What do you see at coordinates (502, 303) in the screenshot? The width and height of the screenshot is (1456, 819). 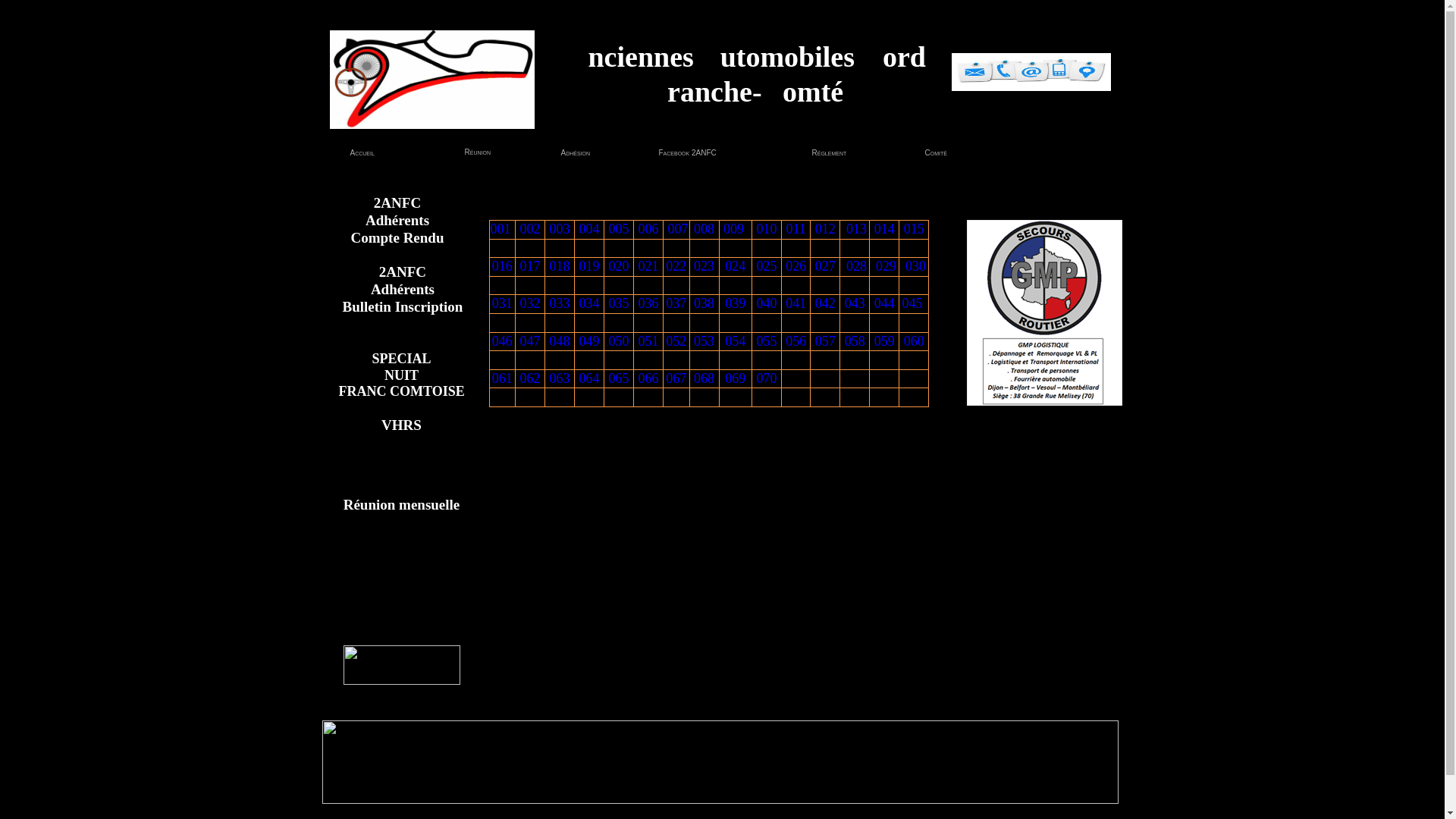 I see `'031'` at bounding box center [502, 303].